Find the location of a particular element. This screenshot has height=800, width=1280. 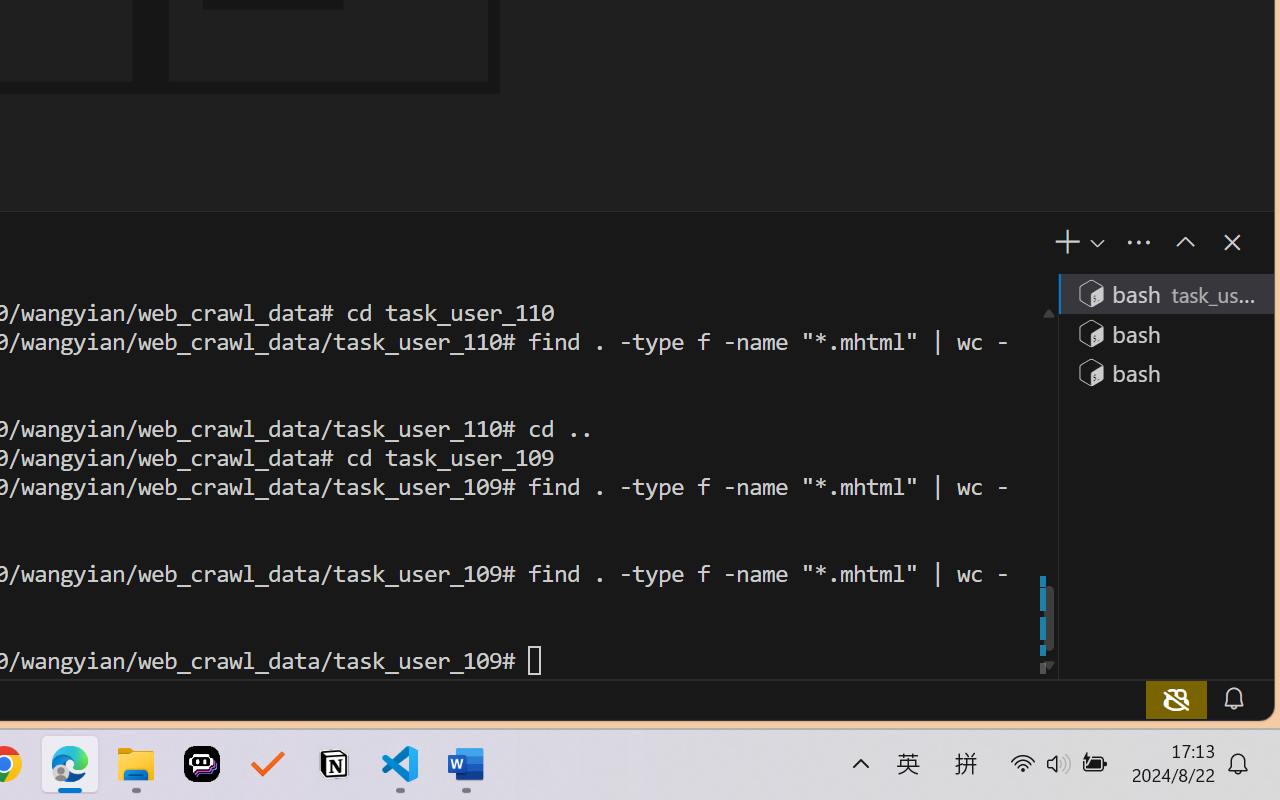

'Maximize Panel Size' is located at coordinates (1184, 241).